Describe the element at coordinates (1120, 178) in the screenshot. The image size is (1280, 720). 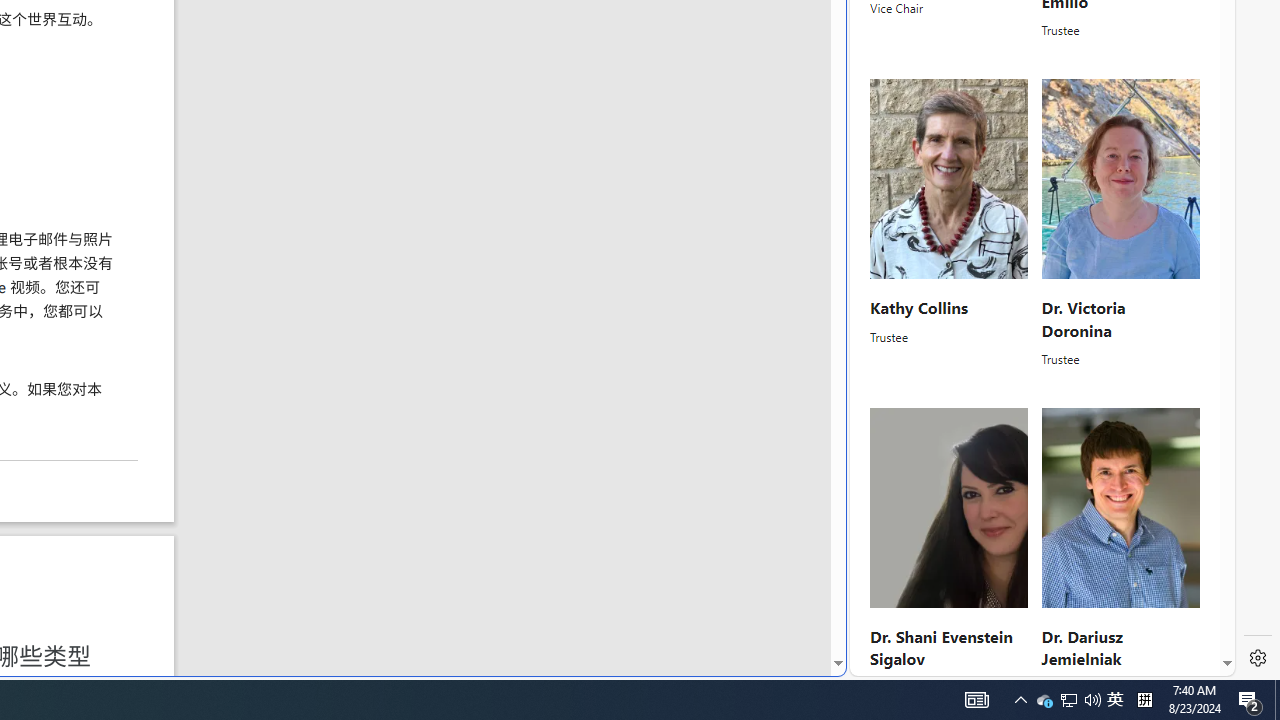
I see `'Victoria Doronina in 2021'` at that location.